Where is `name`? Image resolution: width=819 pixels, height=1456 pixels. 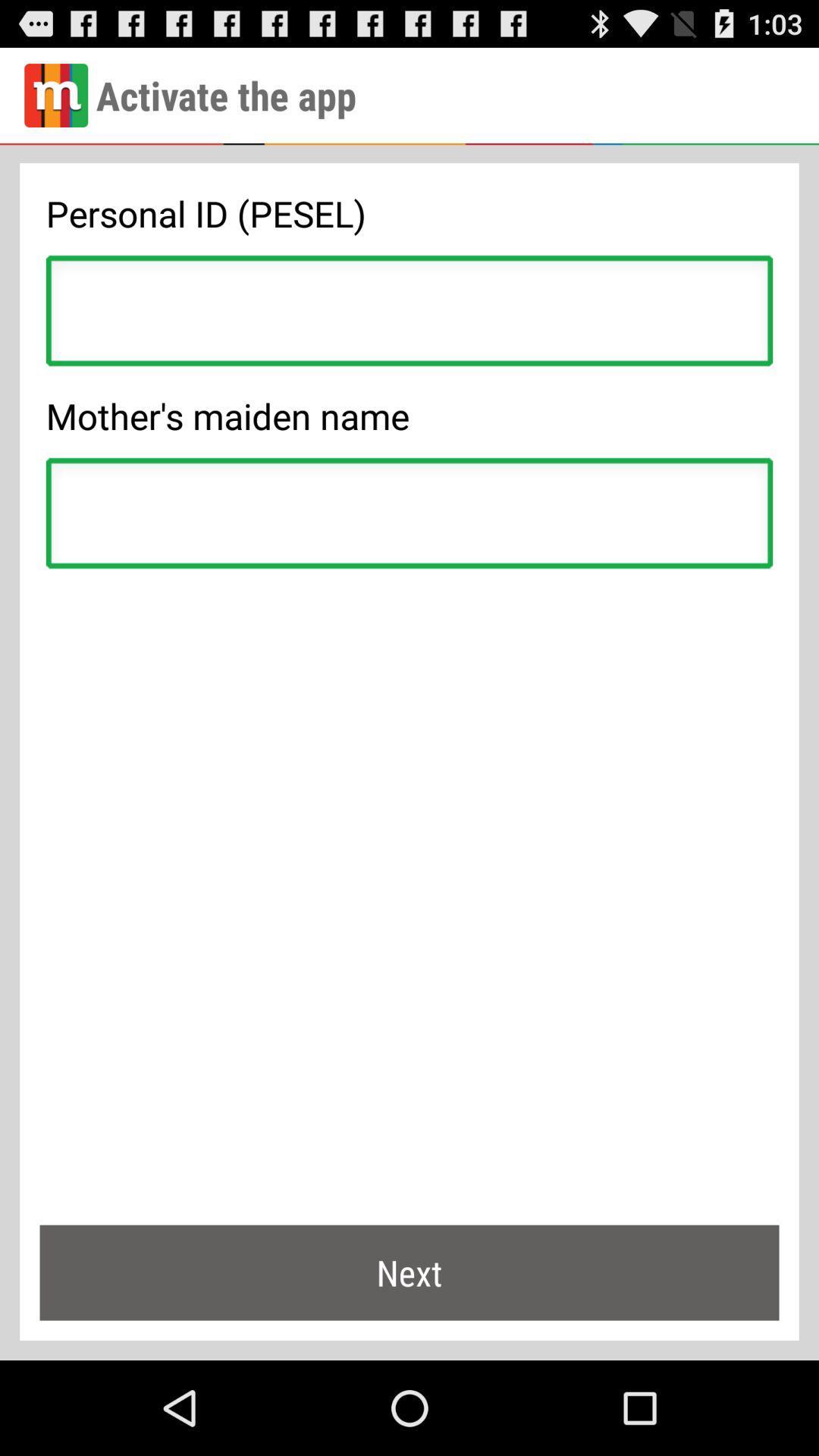 name is located at coordinates (409, 517).